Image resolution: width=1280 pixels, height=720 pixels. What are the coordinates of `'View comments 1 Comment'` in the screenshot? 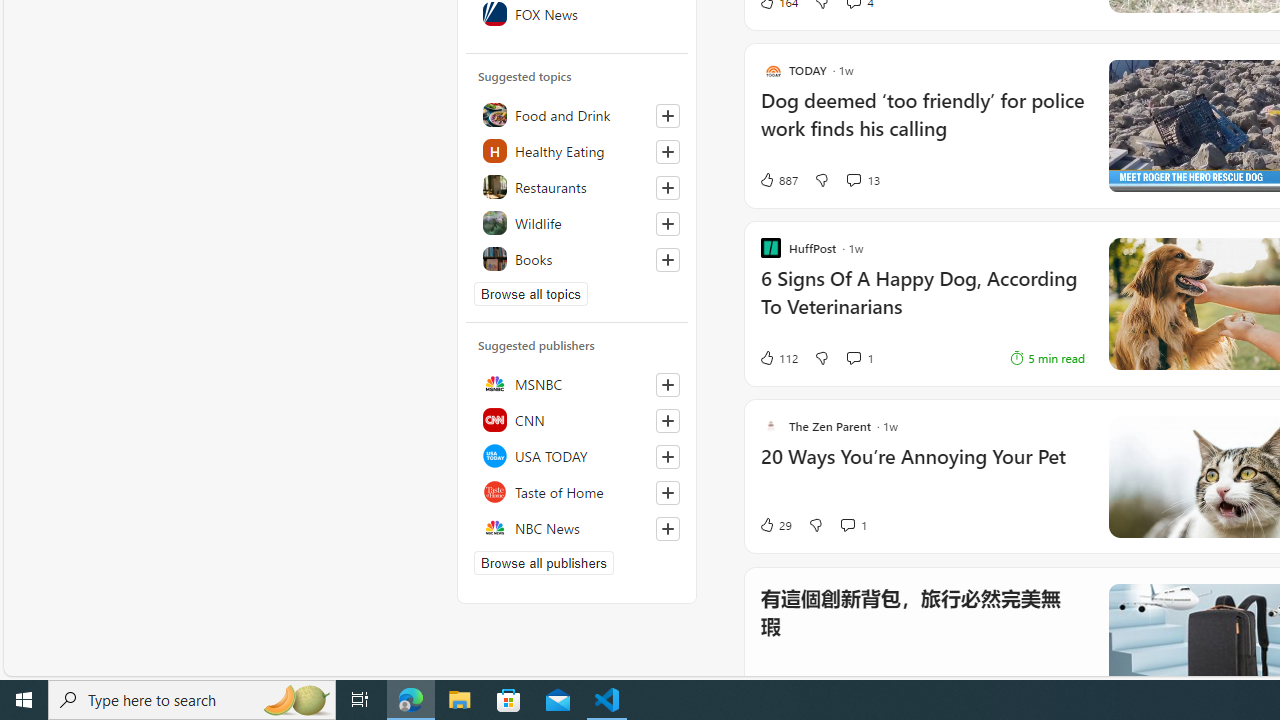 It's located at (853, 524).